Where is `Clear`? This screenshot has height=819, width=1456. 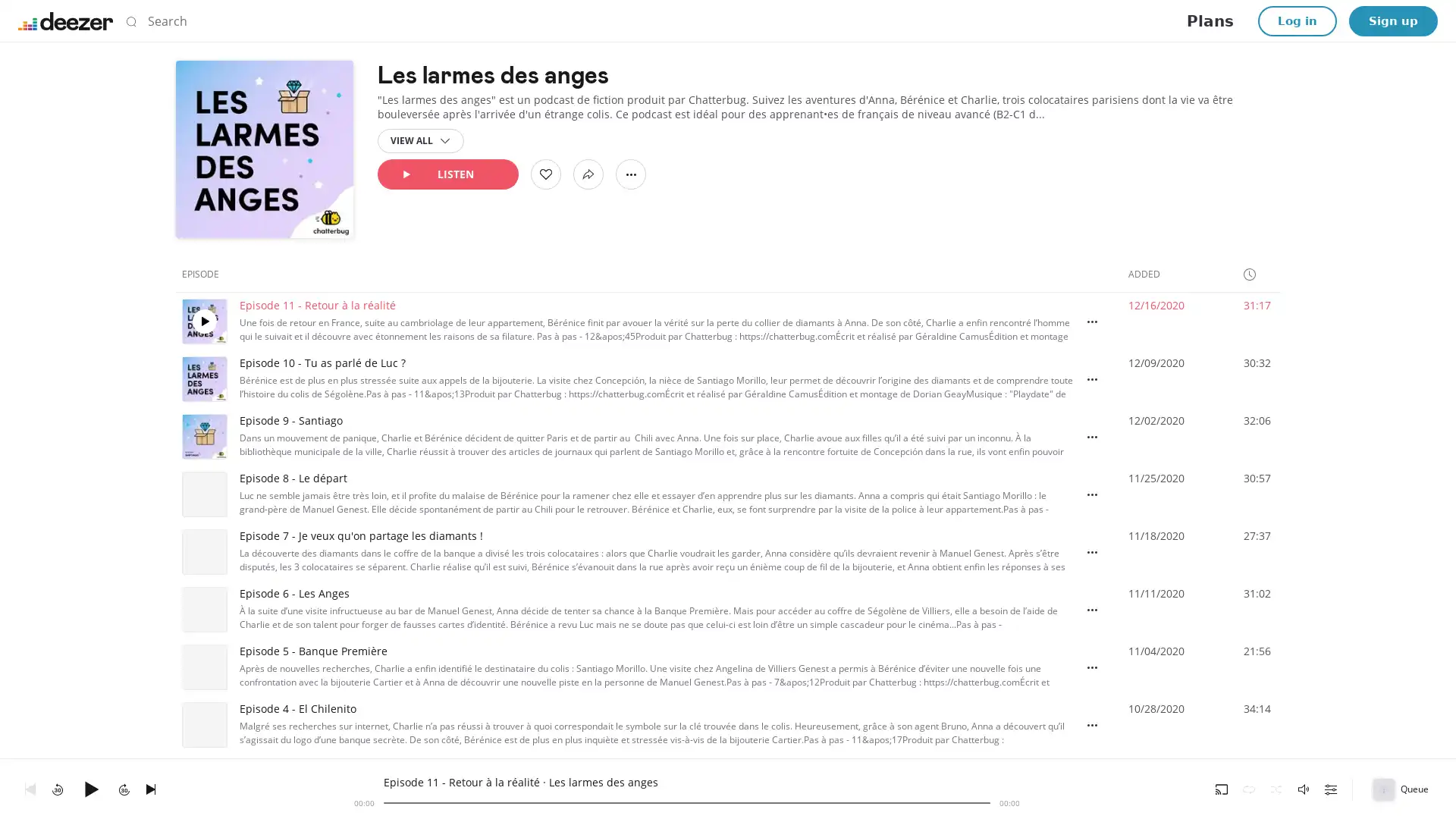
Clear is located at coordinates (967, 20).